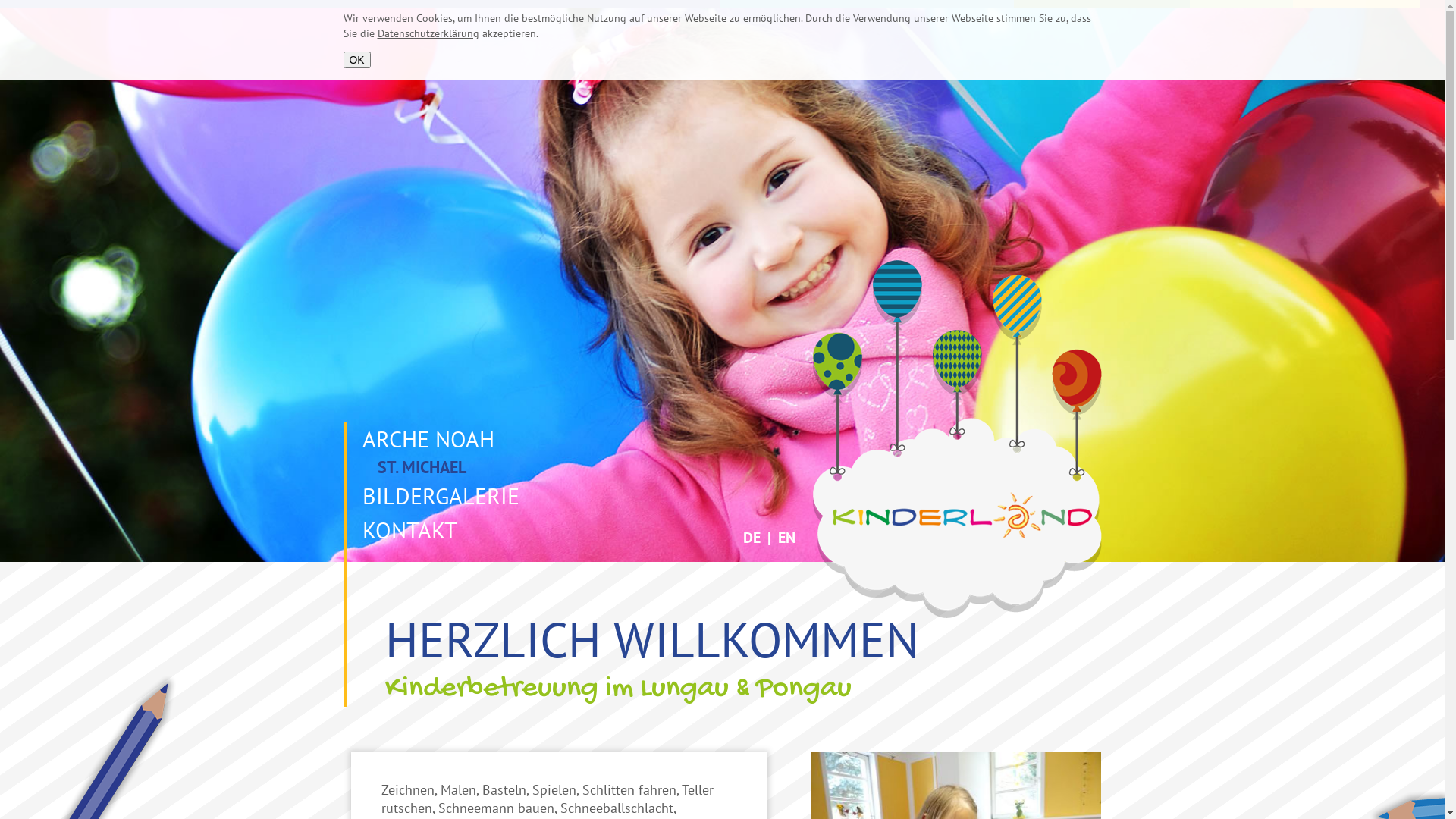  Describe the element at coordinates (752, 537) in the screenshot. I see `'DE'` at that location.